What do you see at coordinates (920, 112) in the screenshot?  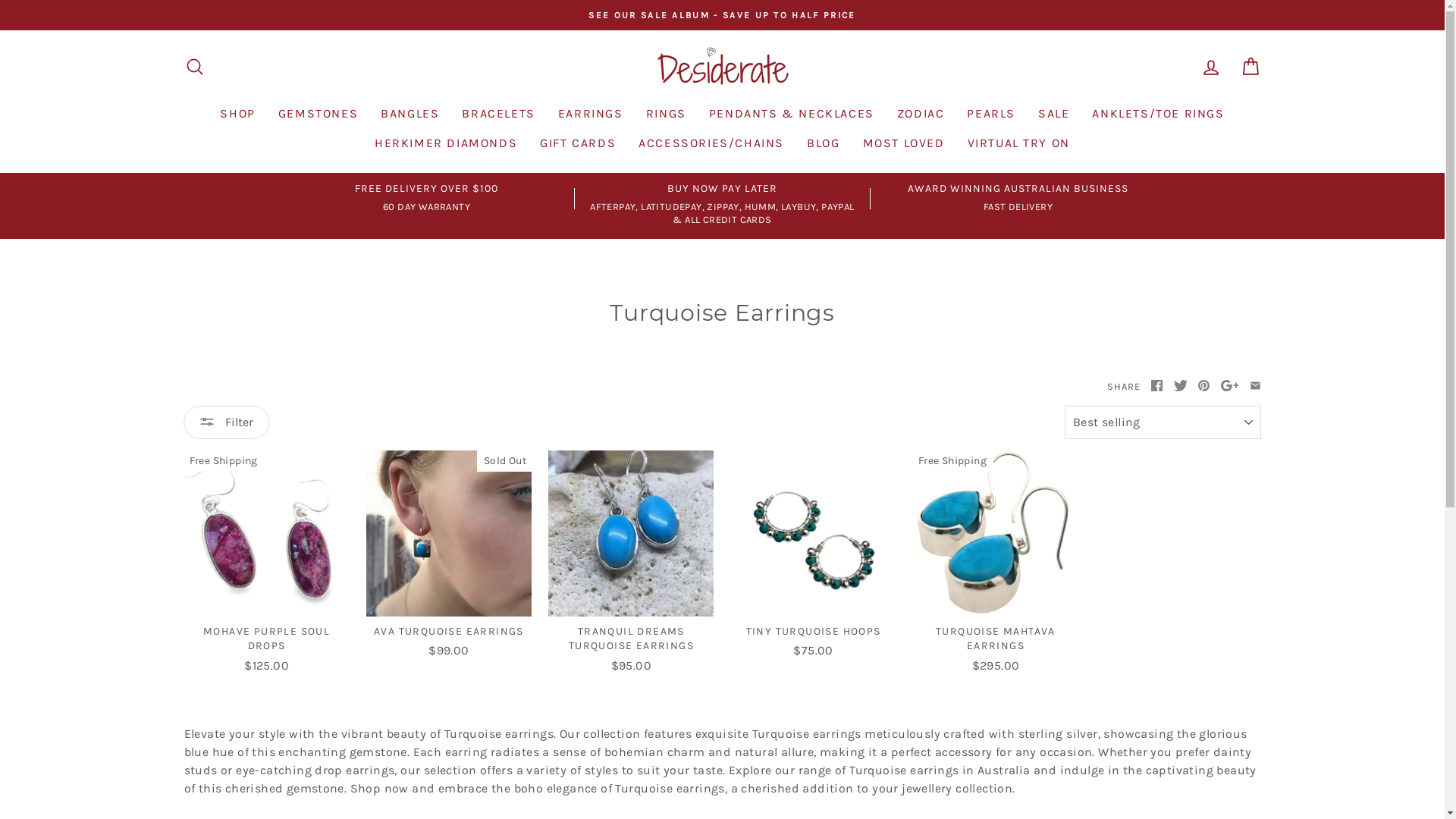 I see `'ZODIAC'` at bounding box center [920, 112].